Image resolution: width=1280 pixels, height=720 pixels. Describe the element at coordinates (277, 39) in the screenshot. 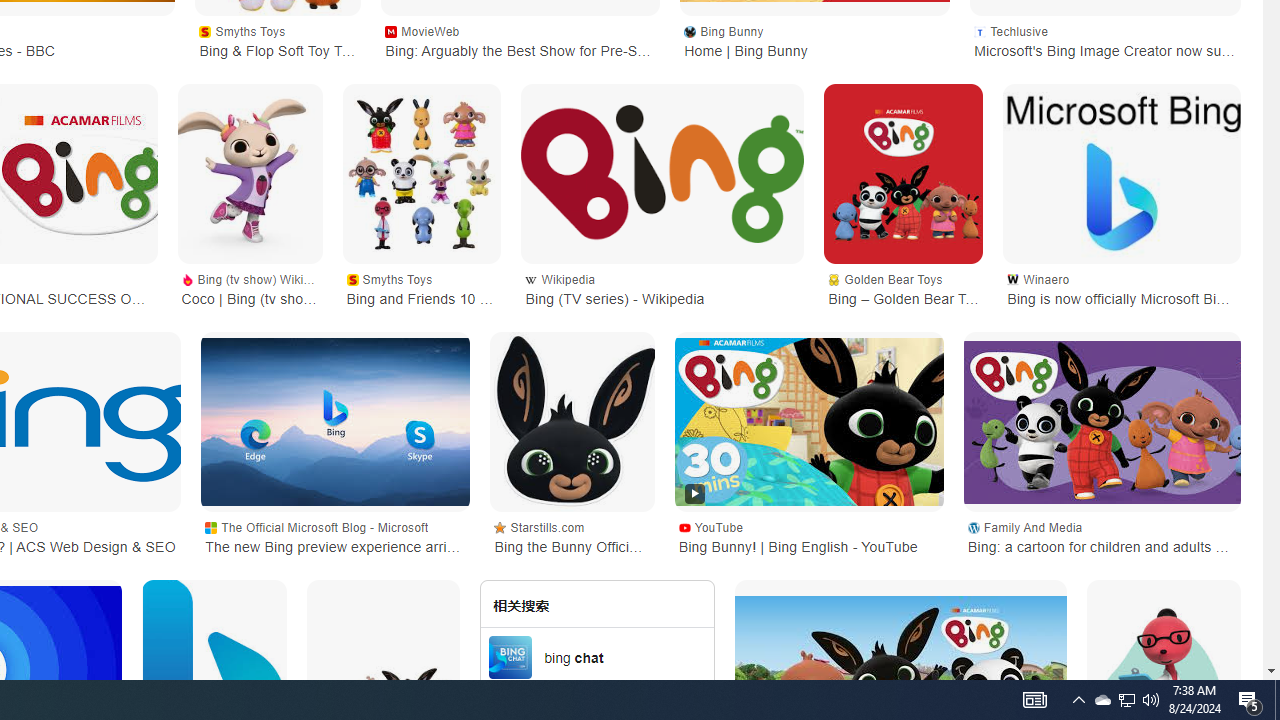

I see `'Smyths Toys Bing & Flop Soft Toy Twin Pack | Smyths Toys UK'` at that location.